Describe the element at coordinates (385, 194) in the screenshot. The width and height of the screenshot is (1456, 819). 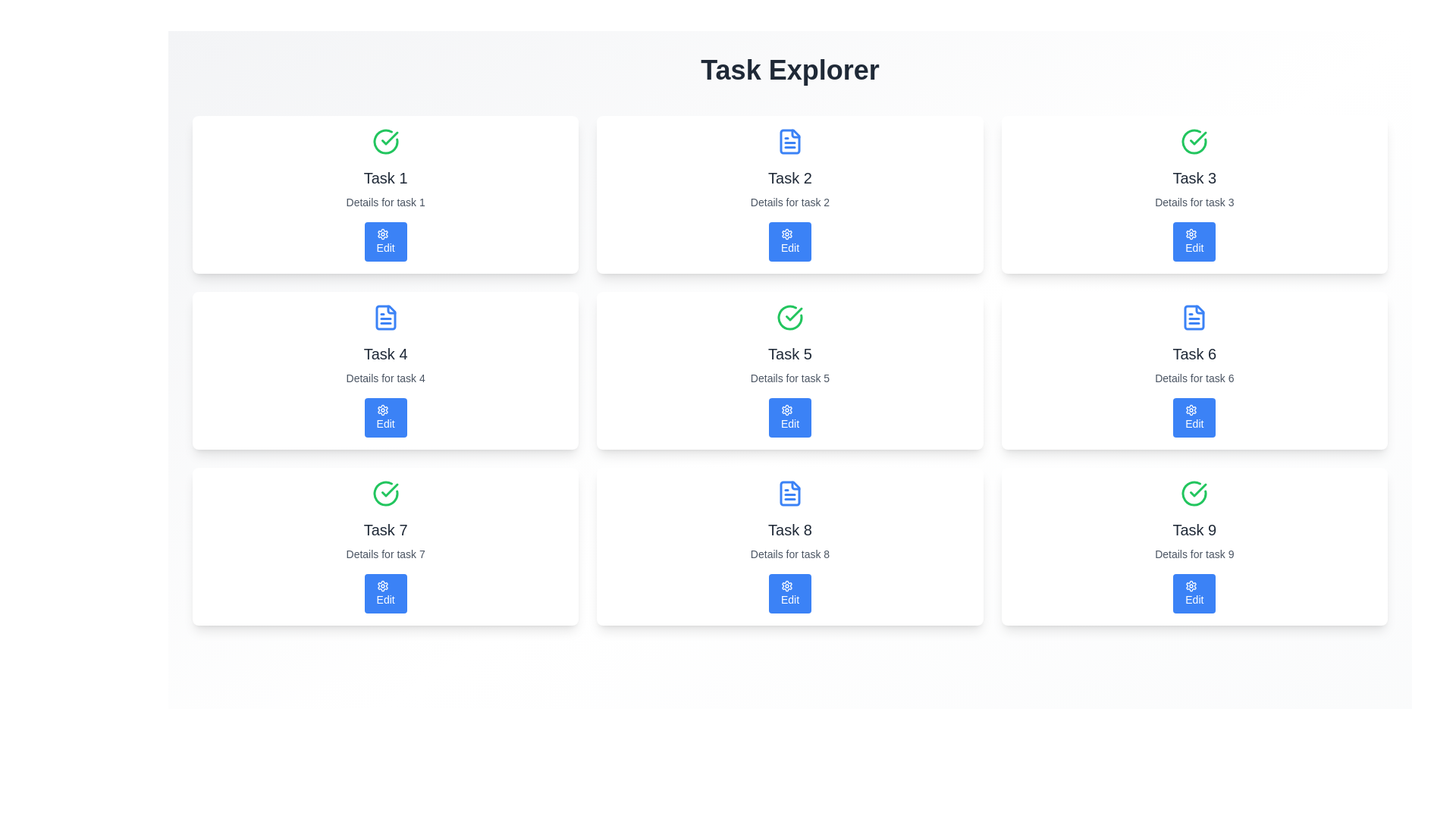
I see `the first task card` at that location.